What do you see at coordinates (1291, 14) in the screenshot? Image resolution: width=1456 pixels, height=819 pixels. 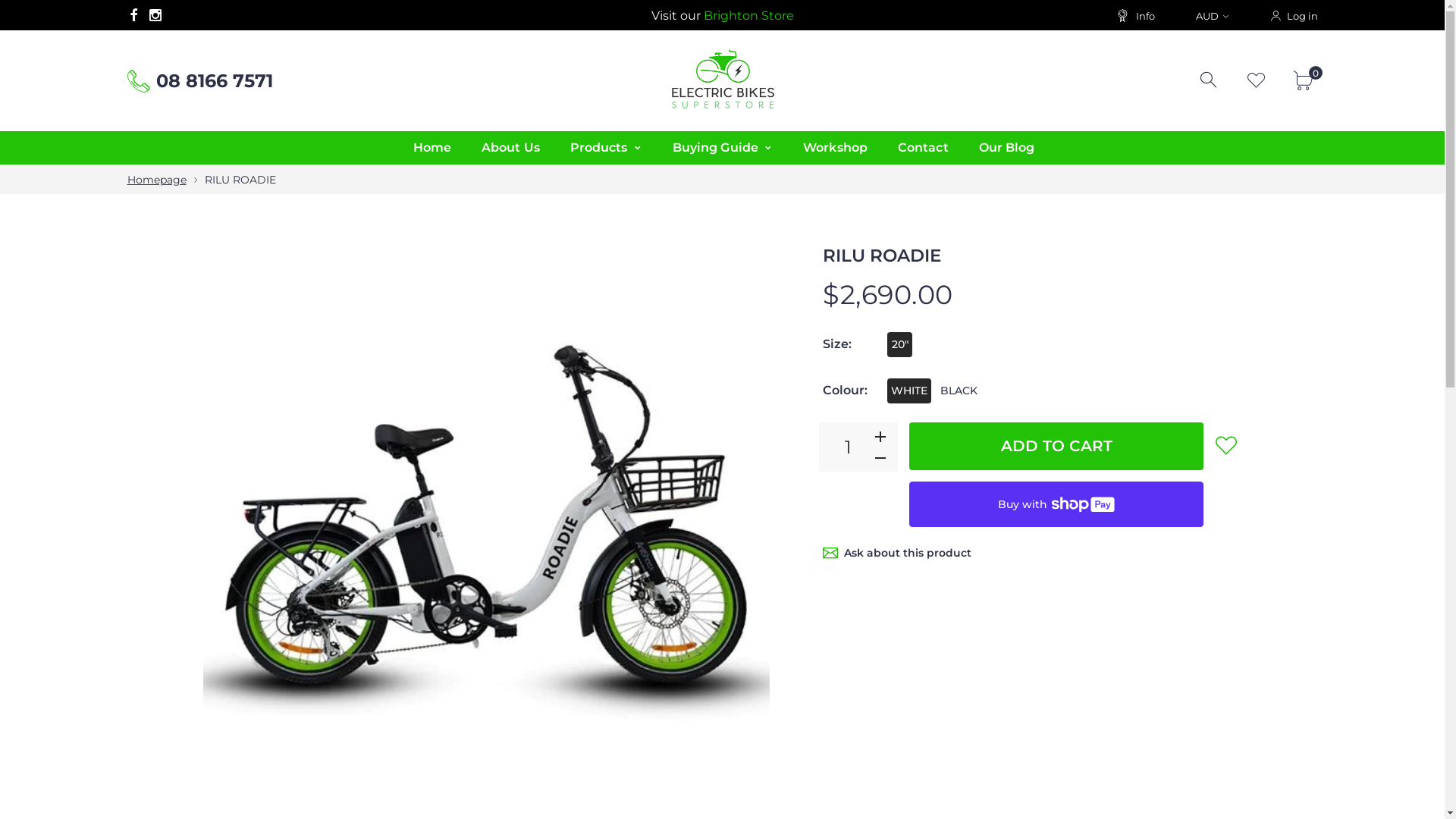 I see `'Log in'` at bounding box center [1291, 14].